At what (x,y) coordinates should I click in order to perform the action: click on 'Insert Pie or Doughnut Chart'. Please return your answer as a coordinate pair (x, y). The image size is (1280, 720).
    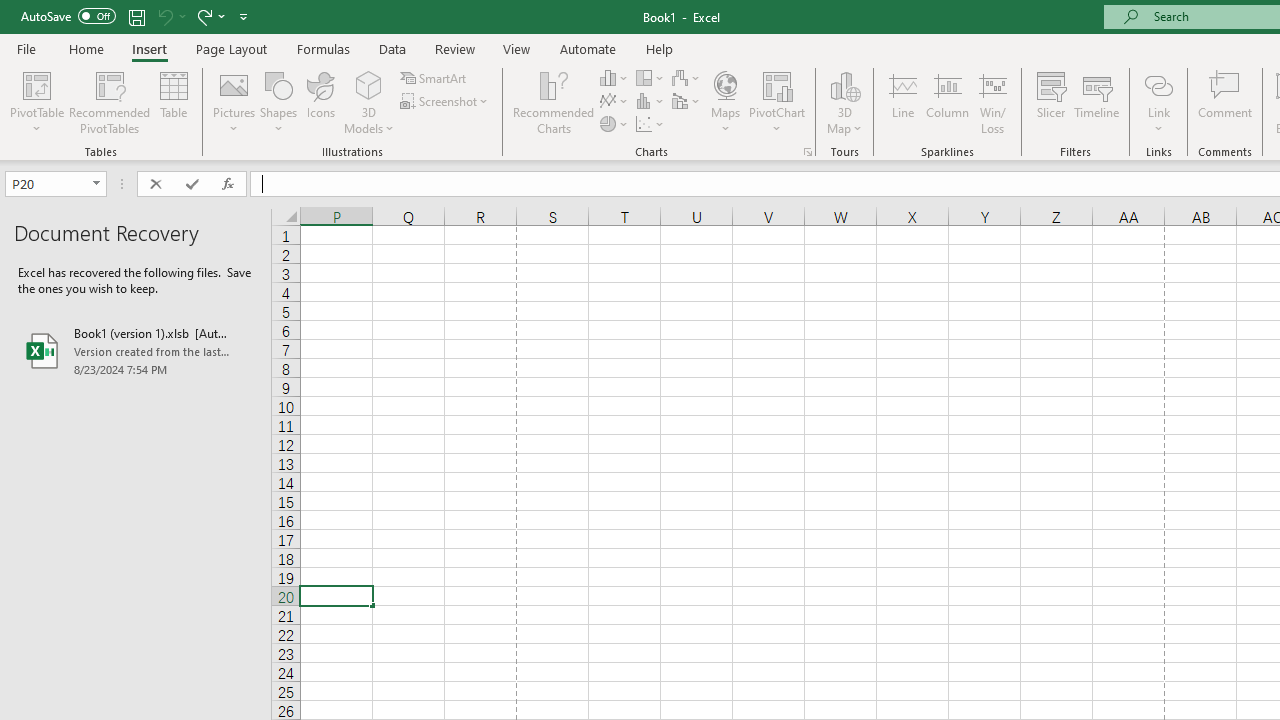
    Looking at the image, I should click on (614, 124).